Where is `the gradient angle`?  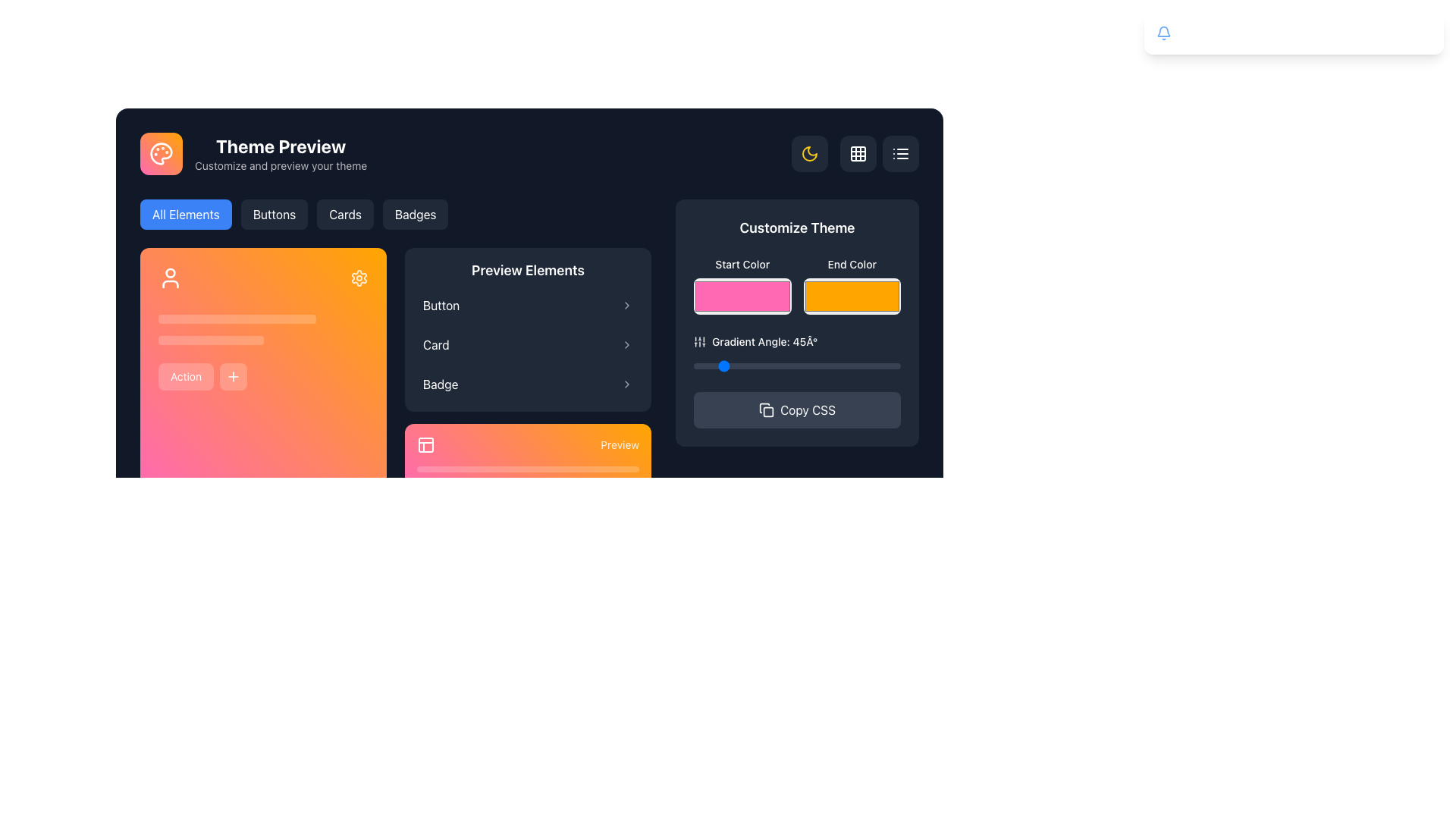 the gradient angle is located at coordinates (845, 366).